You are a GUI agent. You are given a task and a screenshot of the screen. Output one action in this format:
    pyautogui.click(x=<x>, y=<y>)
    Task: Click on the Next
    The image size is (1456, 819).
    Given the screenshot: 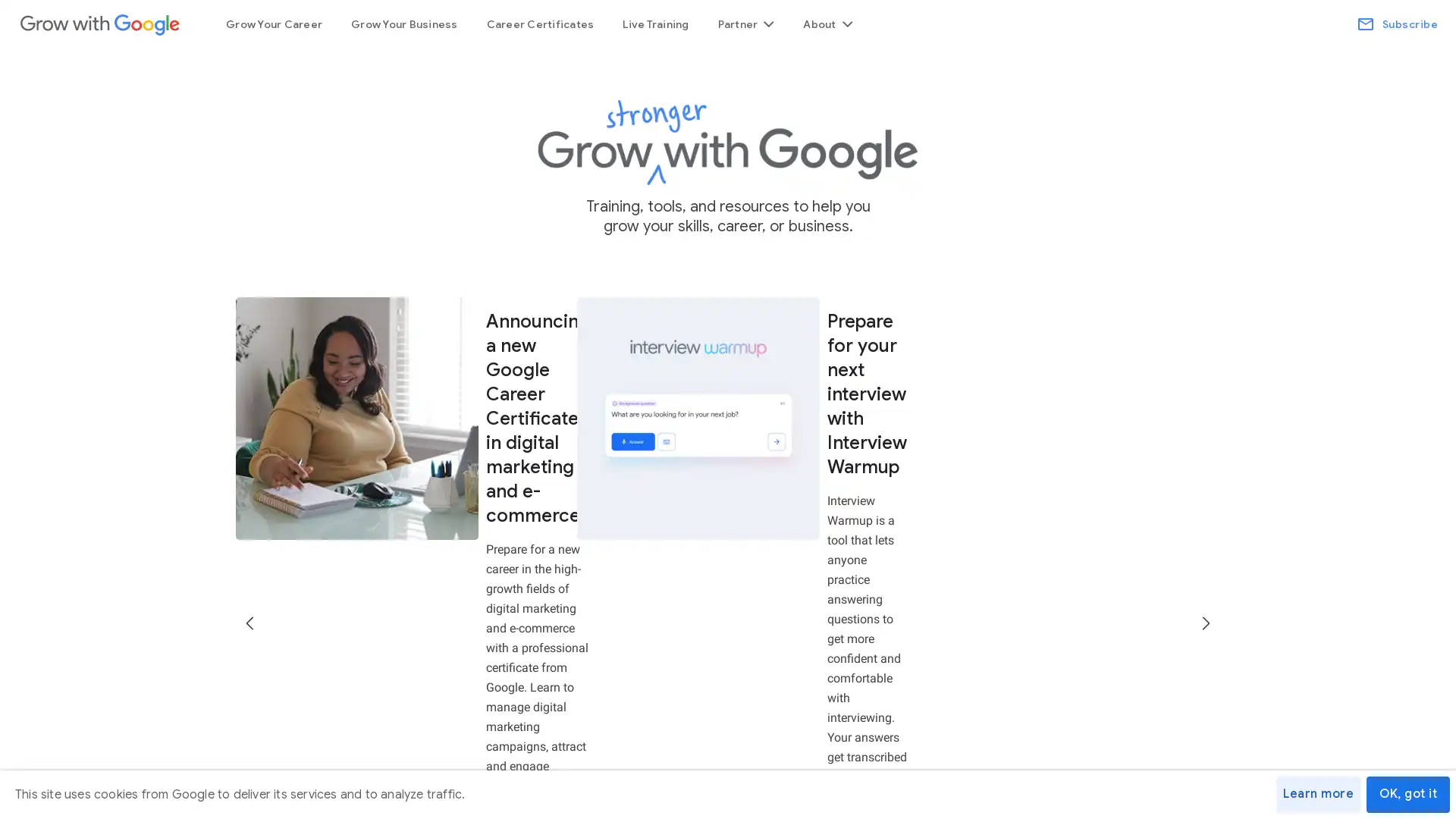 What is the action you would take?
    pyautogui.click(x=1203, y=455)
    